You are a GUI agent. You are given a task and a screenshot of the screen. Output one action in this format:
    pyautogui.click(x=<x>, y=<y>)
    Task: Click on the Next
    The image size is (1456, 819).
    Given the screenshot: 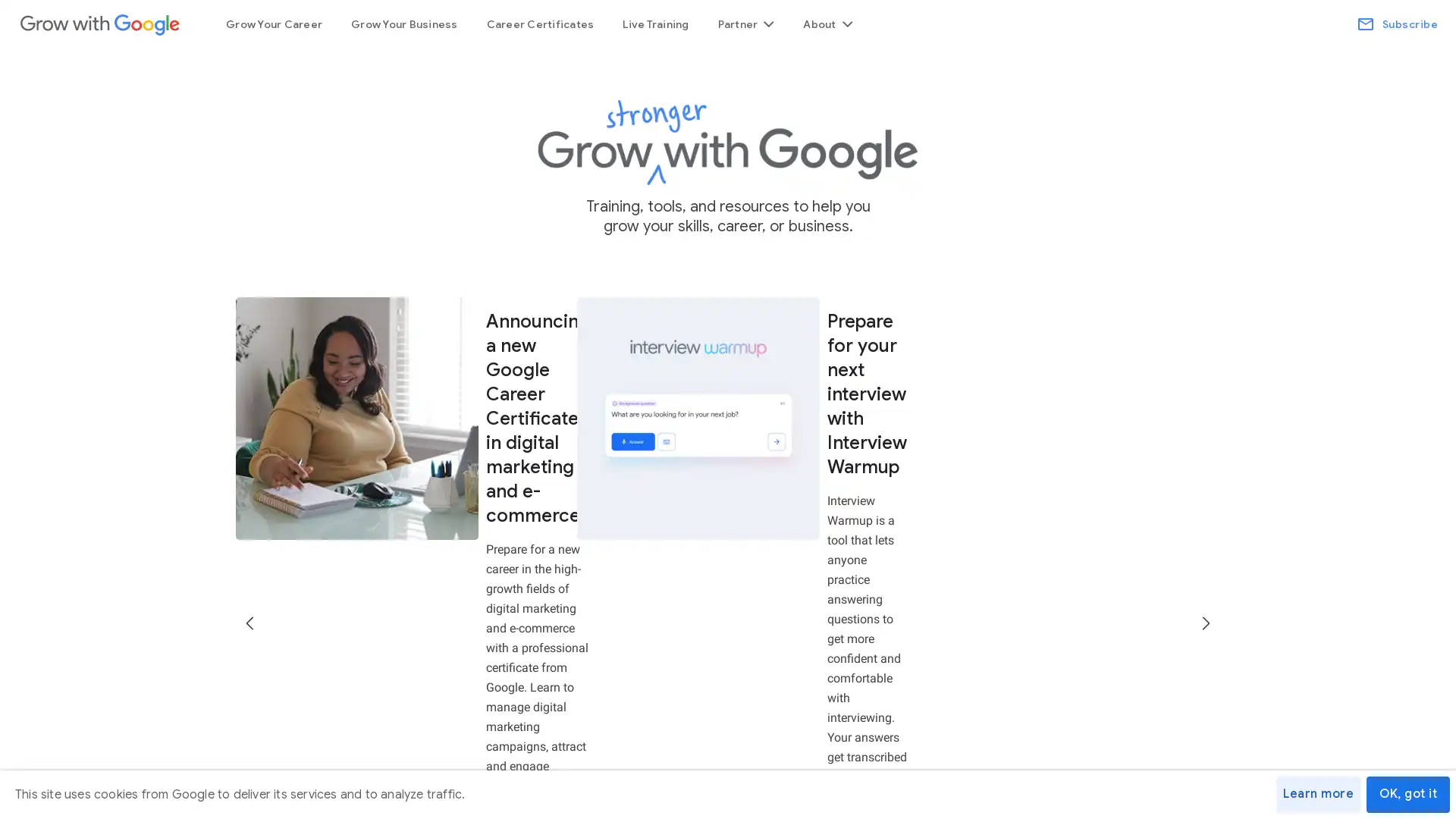 What is the action you would take?
    pyautogui.click(x=1203, y=455)
    